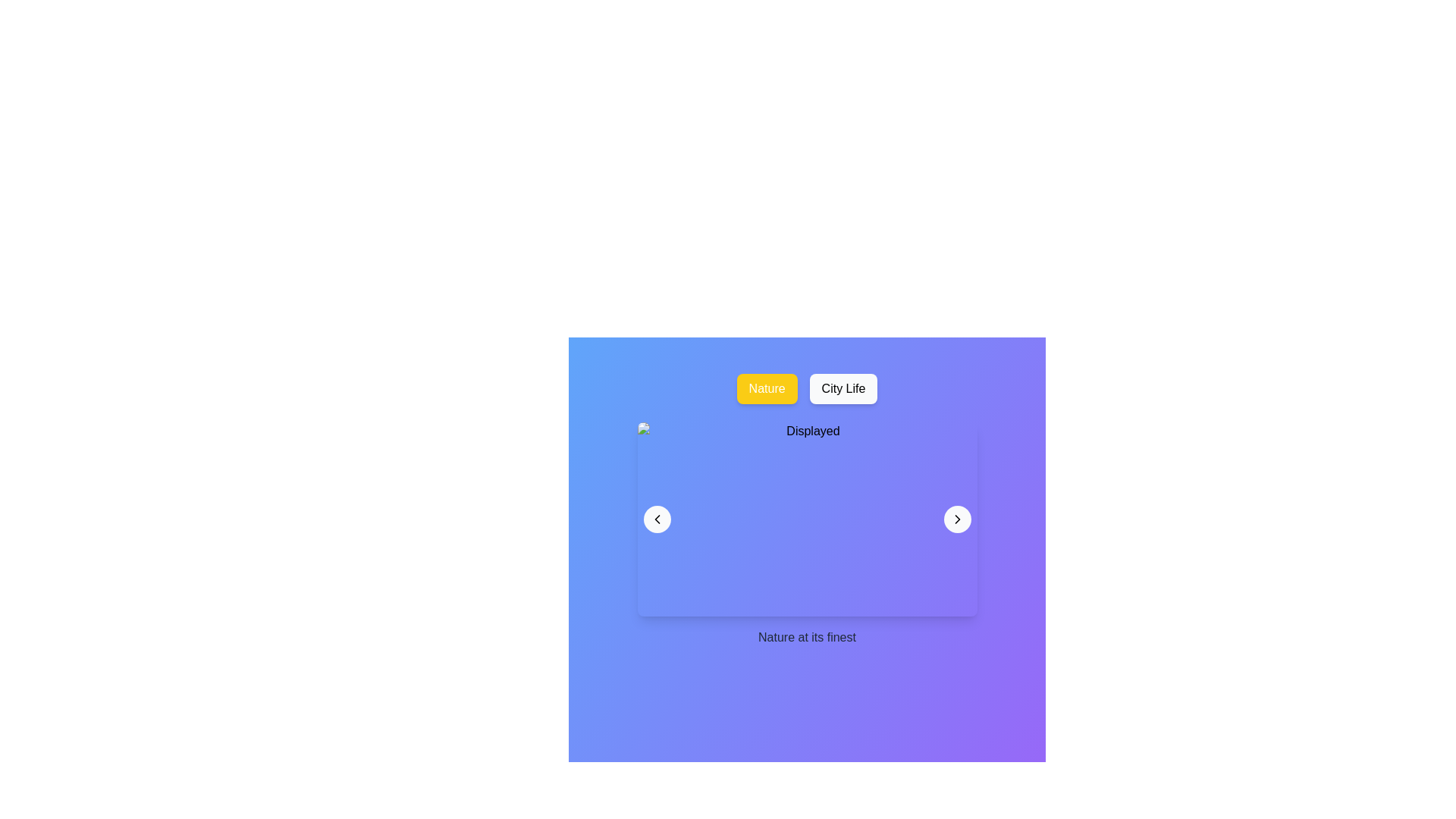 The width and height of the screenshot is (1456, 819). I want to click on the interactive button that serves as a filter for 'Nature'-related content, positioned to the left of the 'City Life' button, so click(767, 388).